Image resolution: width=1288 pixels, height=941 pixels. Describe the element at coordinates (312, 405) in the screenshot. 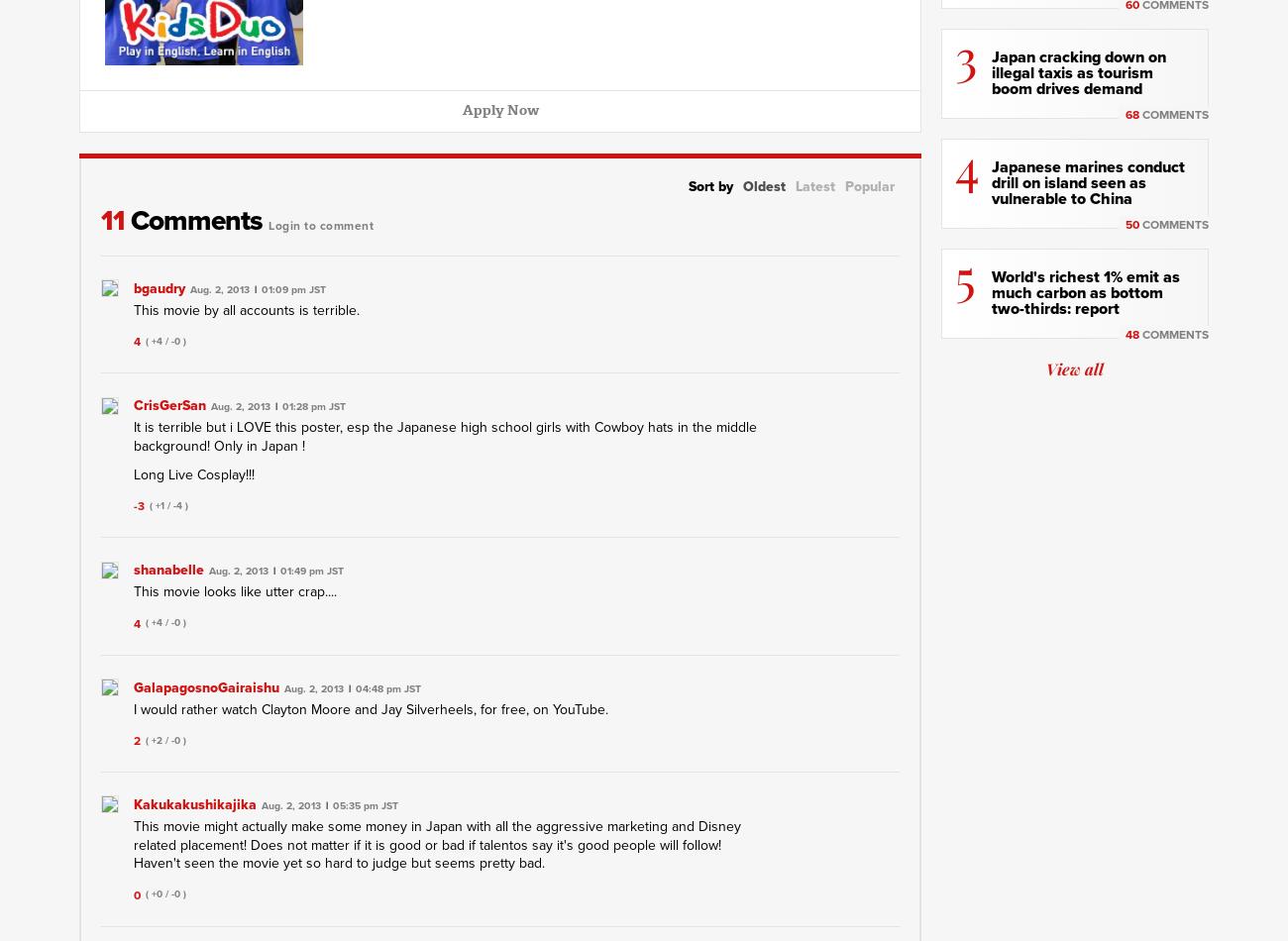

I see `'01:28 pm JST'` at that location.